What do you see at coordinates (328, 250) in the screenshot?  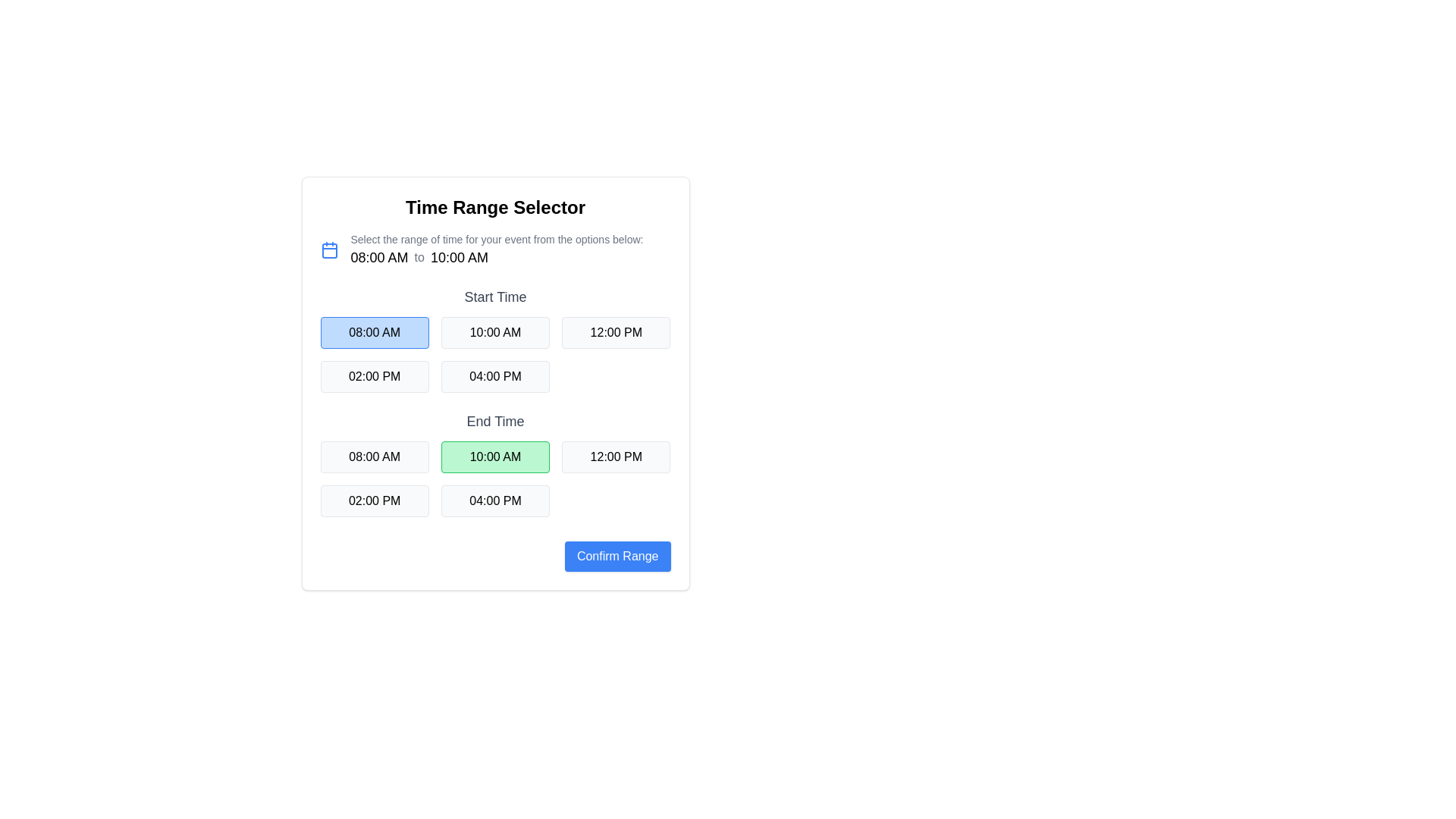 I see `the rounded rectangle area of the calendar icon, which is centrally located below the binding lines and to the left of the time text '08:00 AM to 10:00 AM'` at bounding box center [328, 250].